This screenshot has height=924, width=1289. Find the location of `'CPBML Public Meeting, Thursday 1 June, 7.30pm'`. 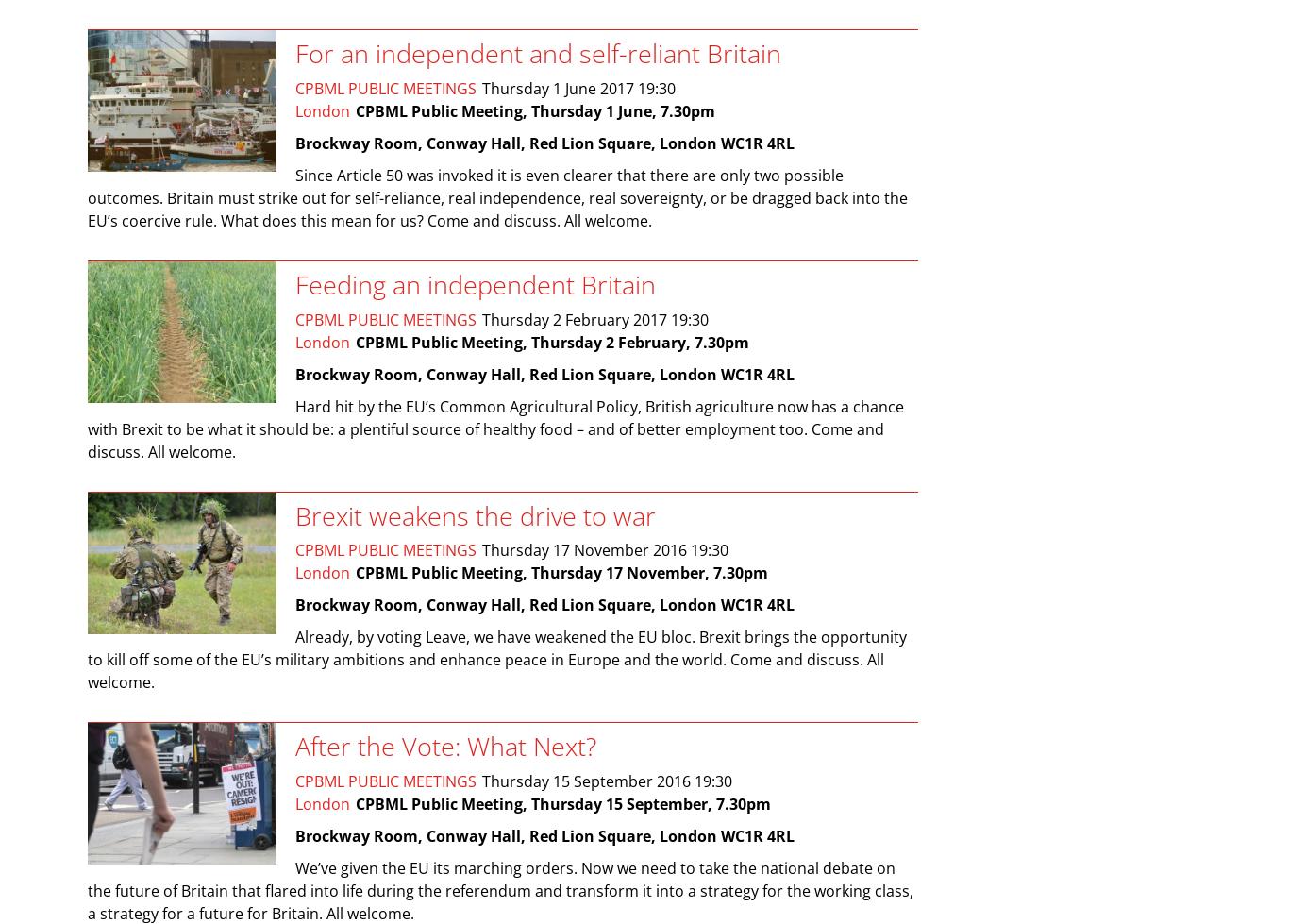

'CPBML Public Meeting, Thursday 1 June, 7.30pm' is located at coordinates (535, 109).